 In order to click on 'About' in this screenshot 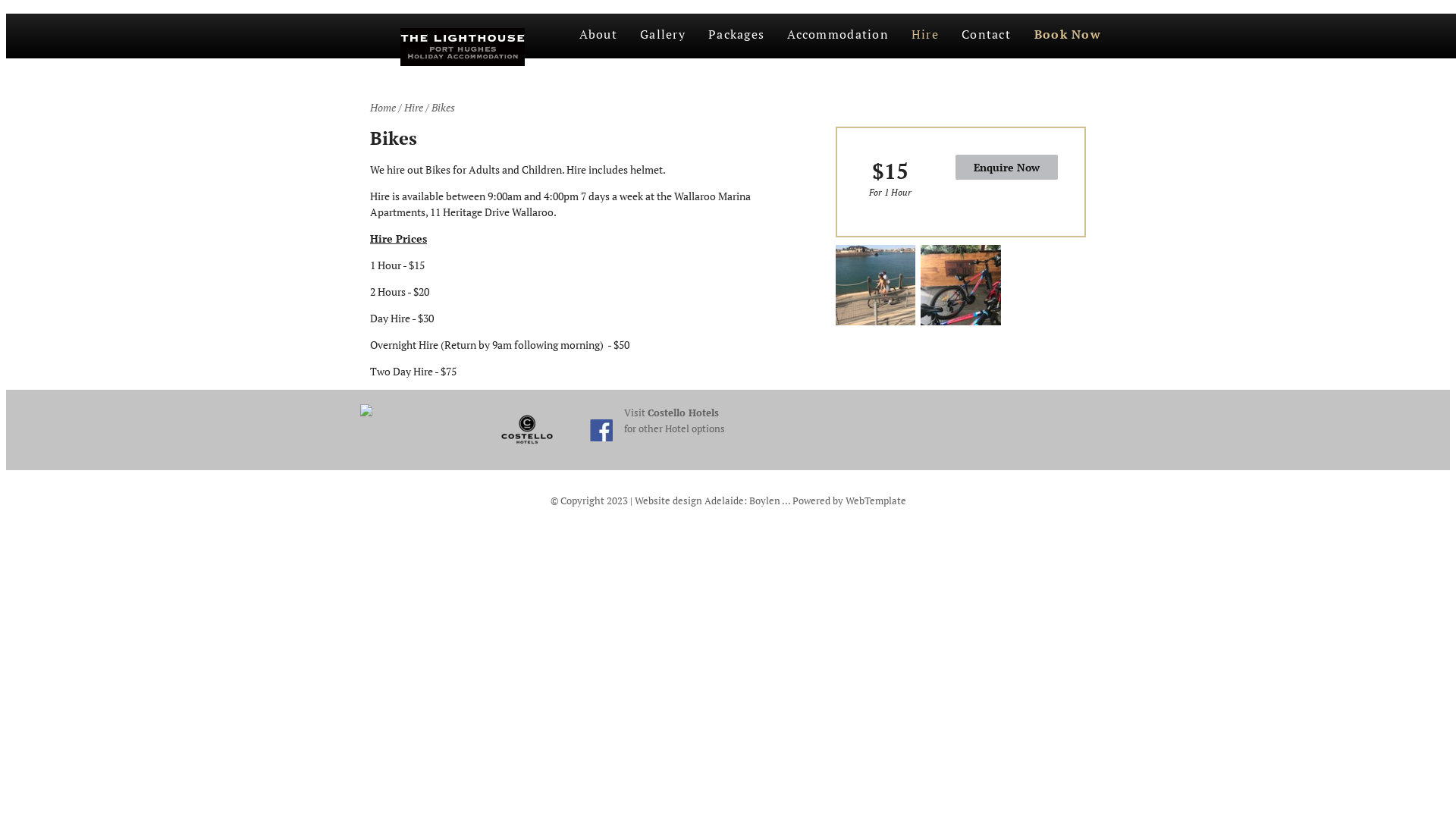, I will do `click(597, 35)`.